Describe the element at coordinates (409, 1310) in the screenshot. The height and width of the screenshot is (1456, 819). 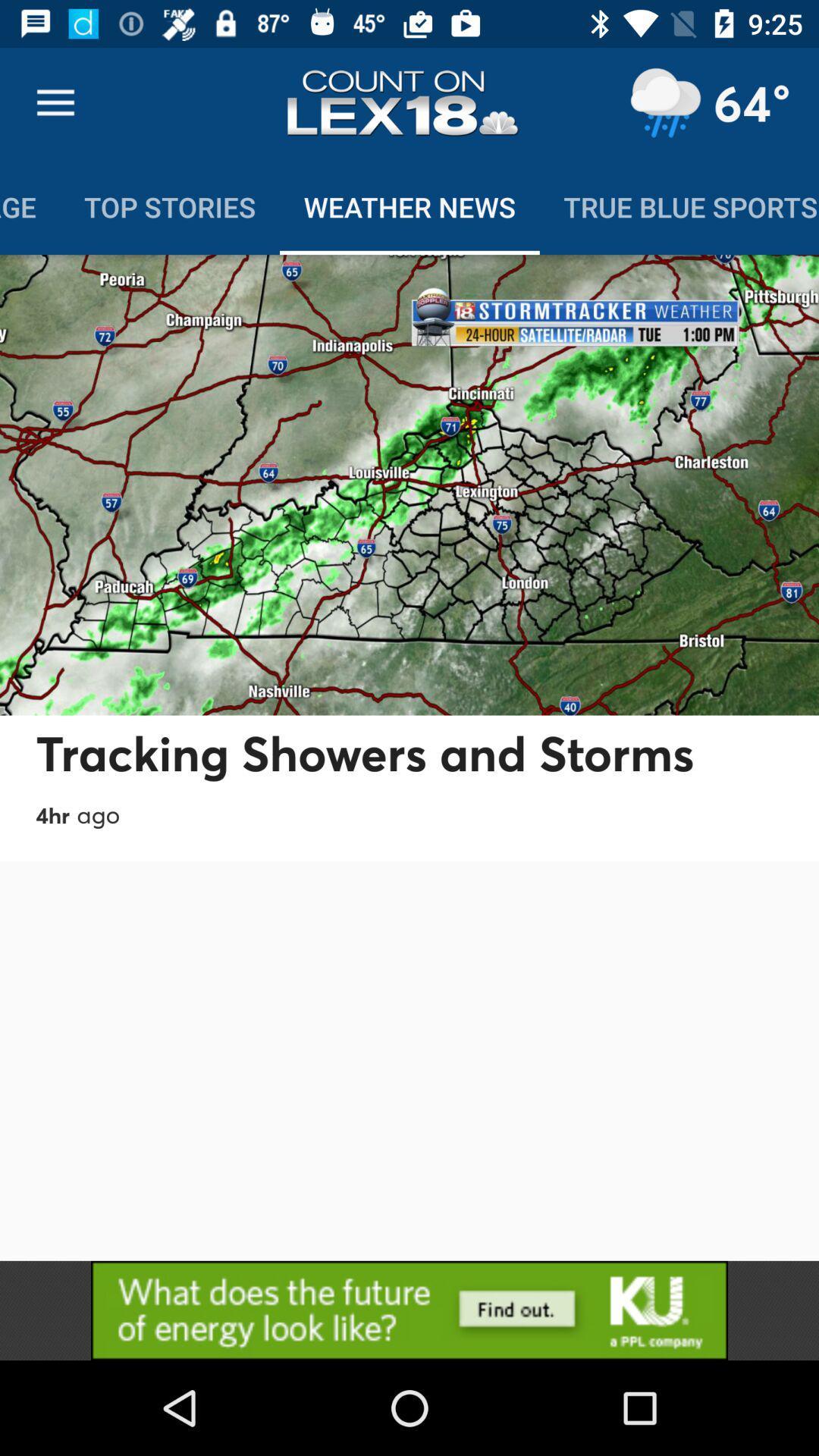
I see `advertisement` at that location.